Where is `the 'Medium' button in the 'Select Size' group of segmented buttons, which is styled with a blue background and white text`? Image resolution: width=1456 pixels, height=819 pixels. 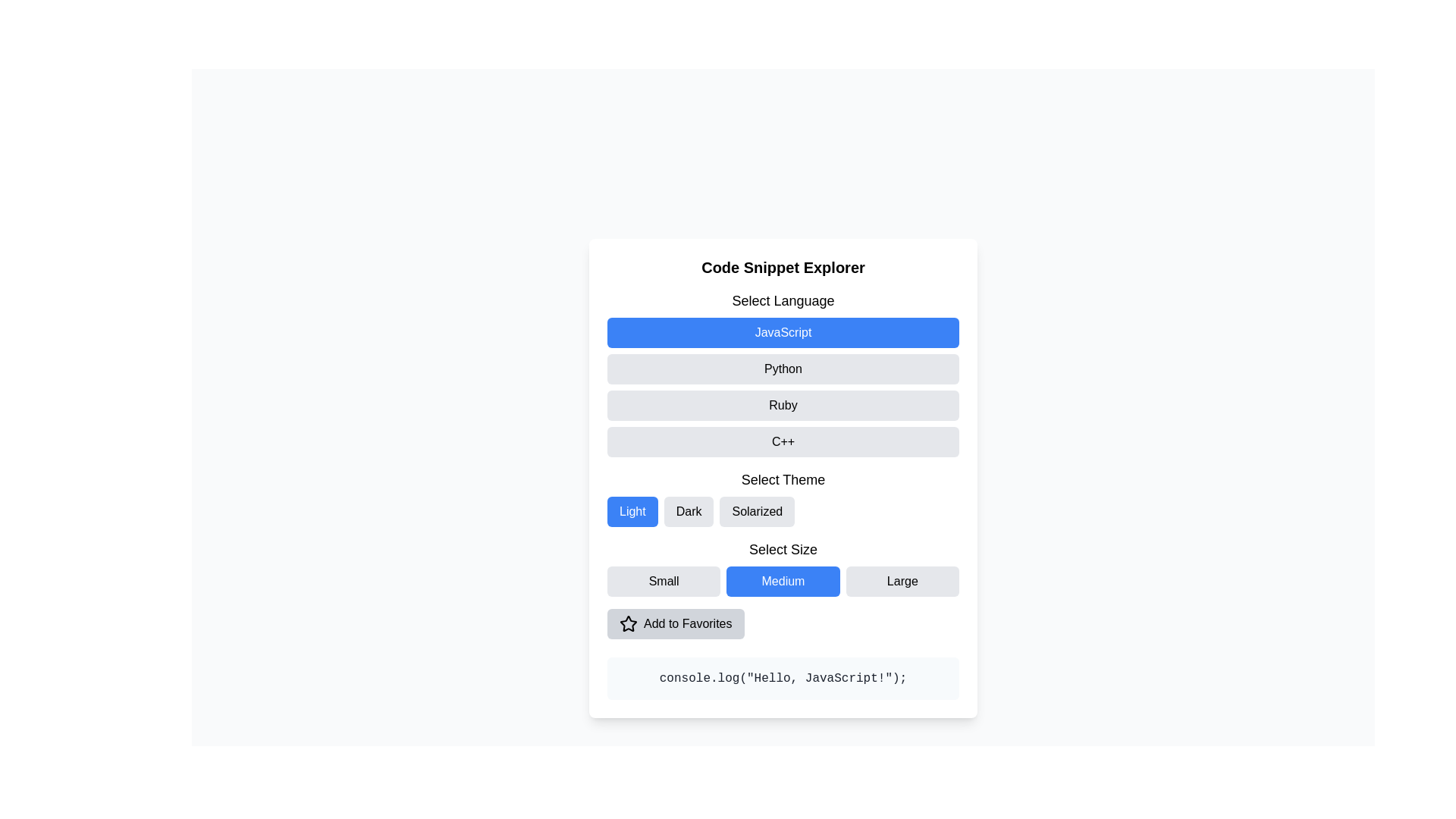 the 'Medium' button in the 'Select Size' group of segmented buttons, which is styled with a blue background and white text is located at coordinates (783, 567).